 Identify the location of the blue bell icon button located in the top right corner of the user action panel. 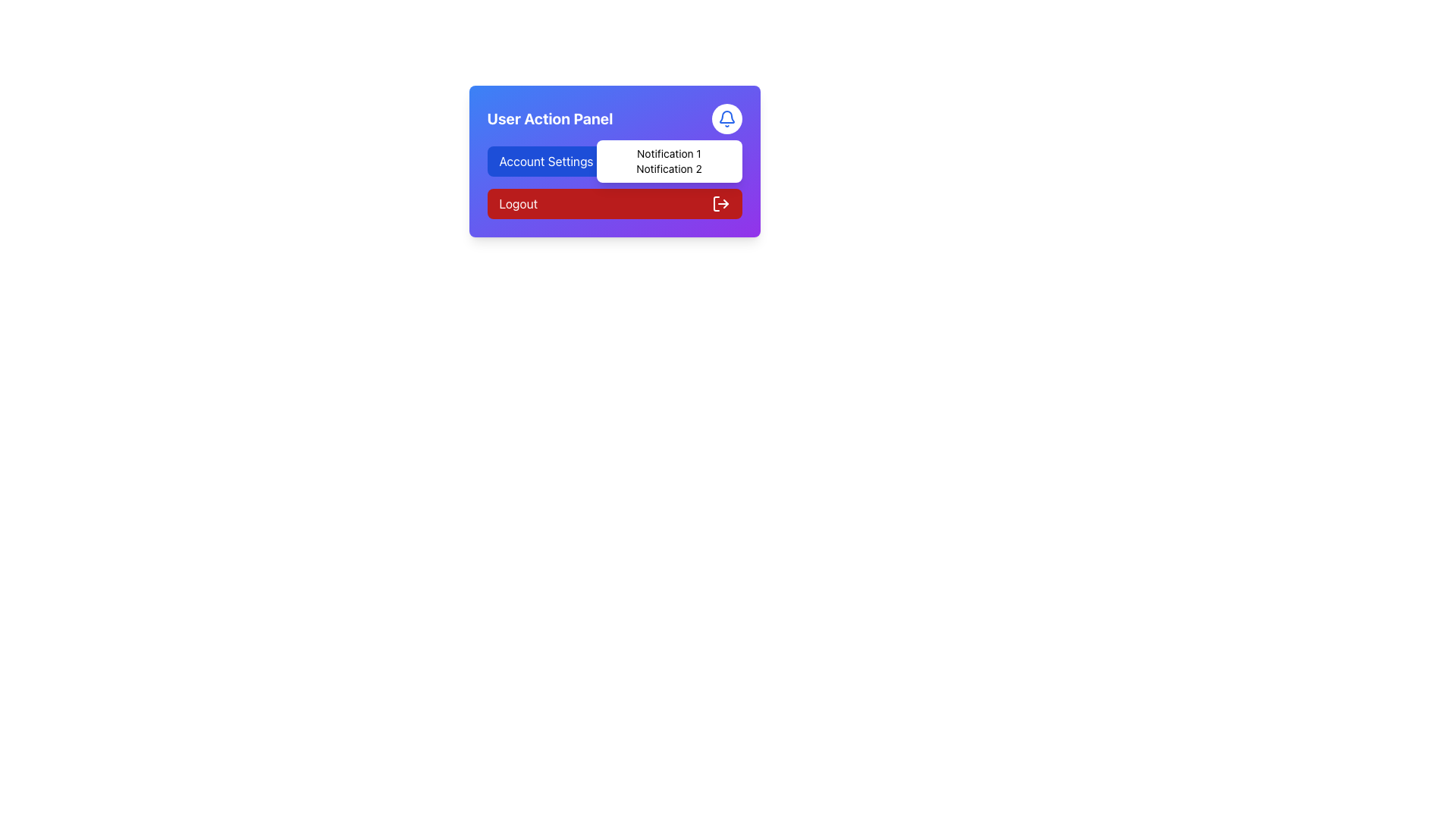
(726, 118).